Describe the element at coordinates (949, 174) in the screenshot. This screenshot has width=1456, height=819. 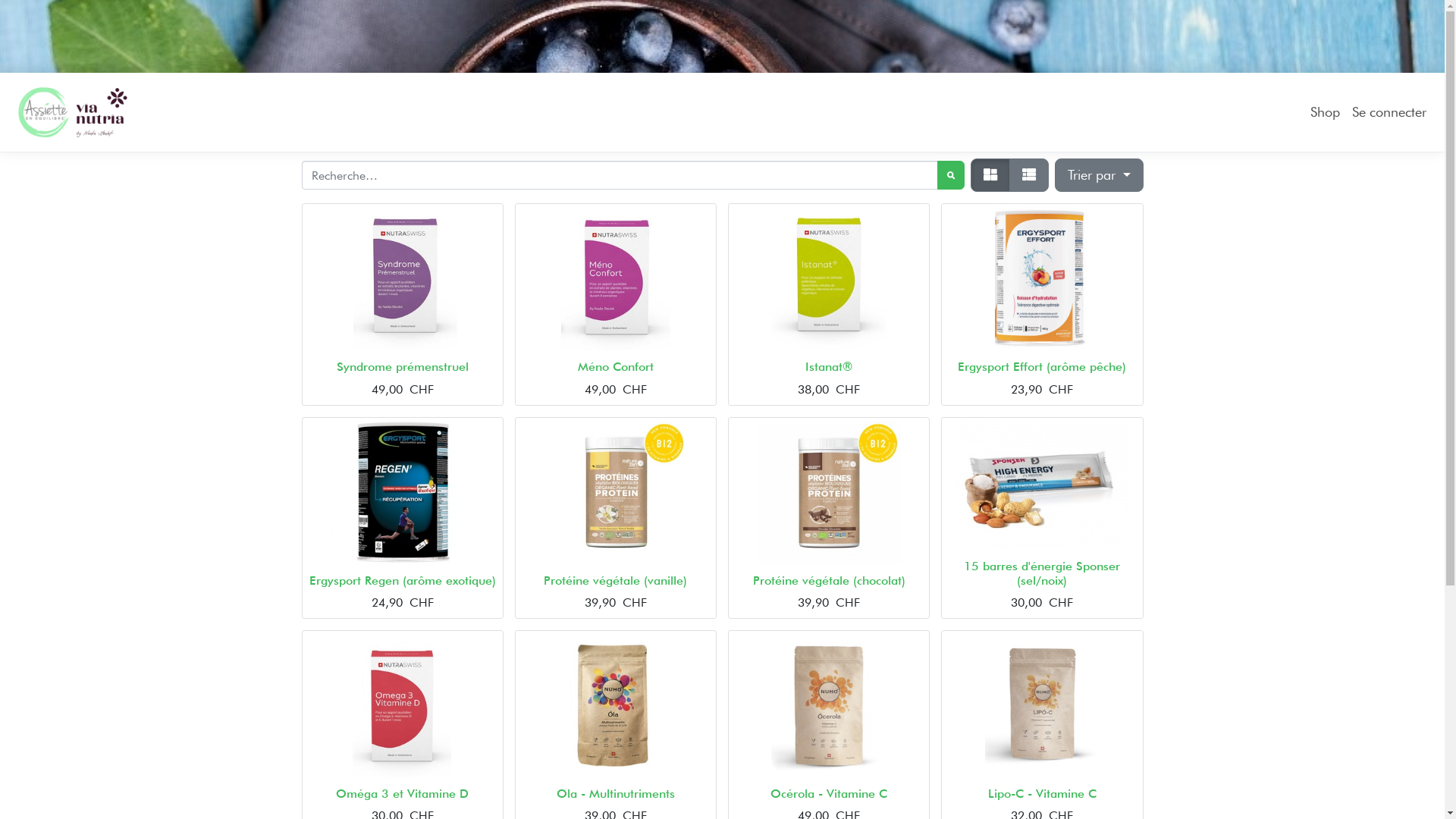
I see `'Rechercher'` at that location.